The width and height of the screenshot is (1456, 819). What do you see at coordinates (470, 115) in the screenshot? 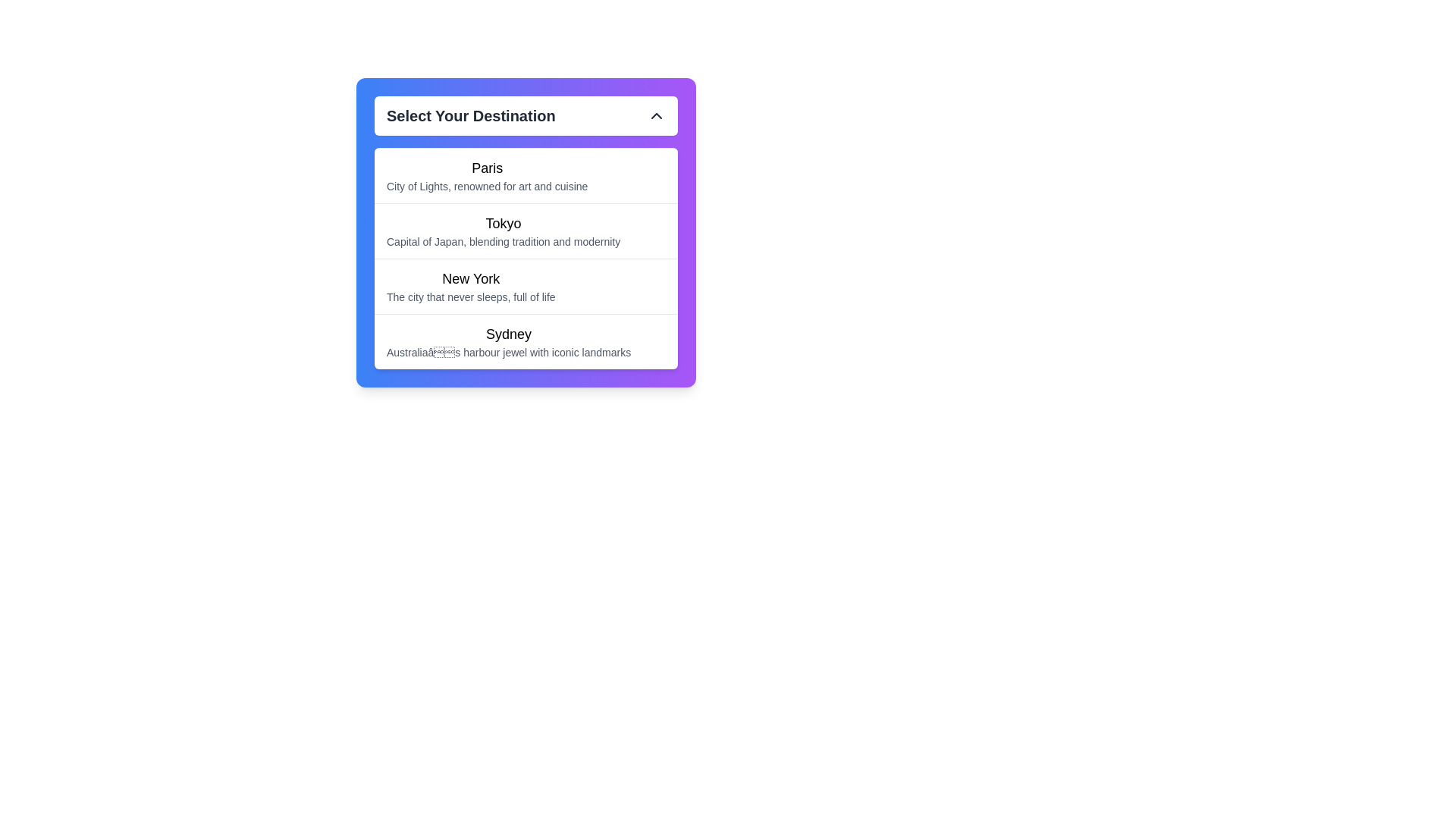
I see `the 'Select Your Destination' text label which is styled in bold black font and positioned at the top of the dropdown menu` at bounding box center [470, 115].